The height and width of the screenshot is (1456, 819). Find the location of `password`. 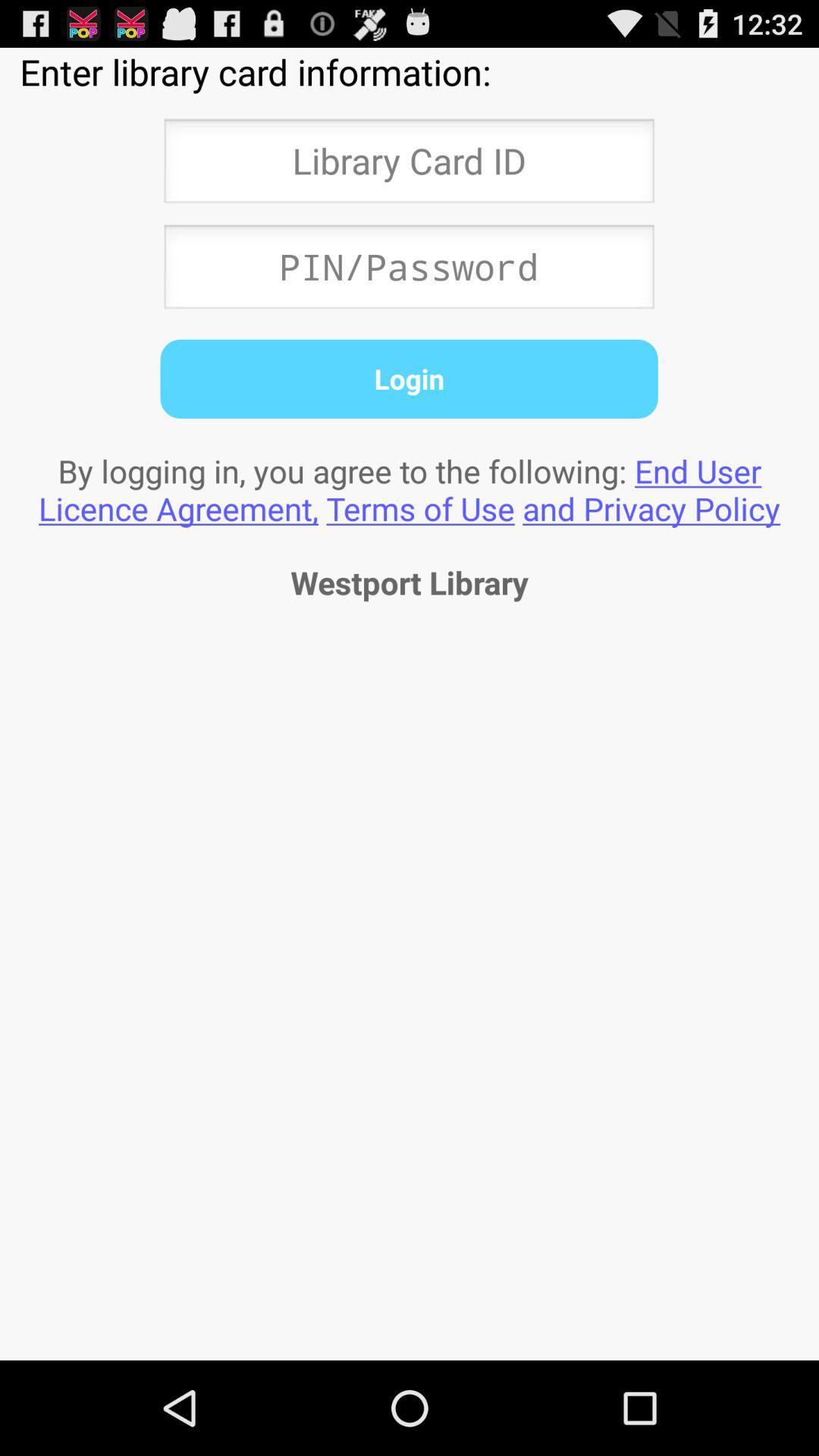

password is located at coordinates (408, 271).